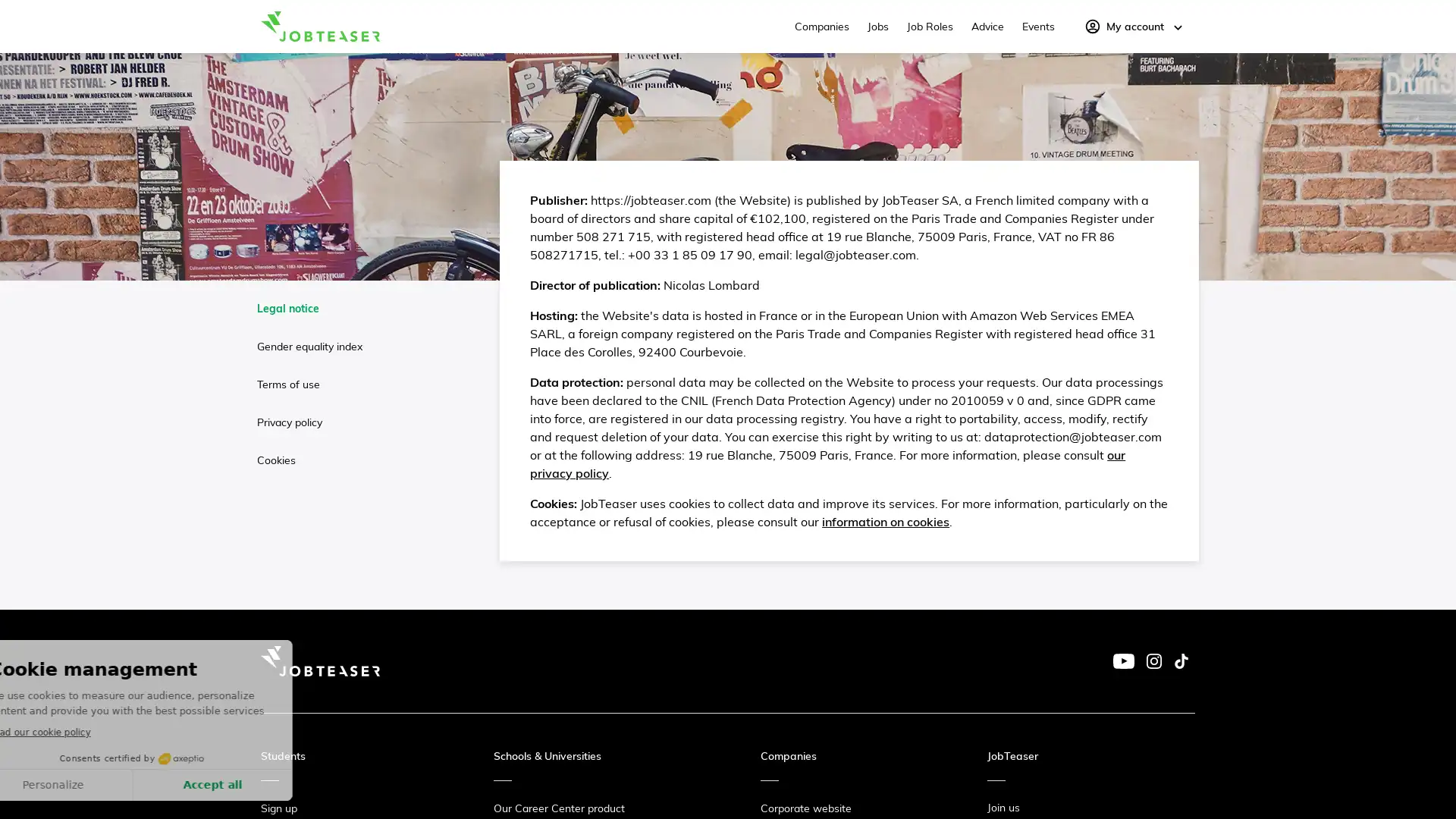 This screenshot has width=1456, height=819. What do you see at coordinates (254, 784) in the screenshot?
I see `Accept all` at bounding box center [254, 784].